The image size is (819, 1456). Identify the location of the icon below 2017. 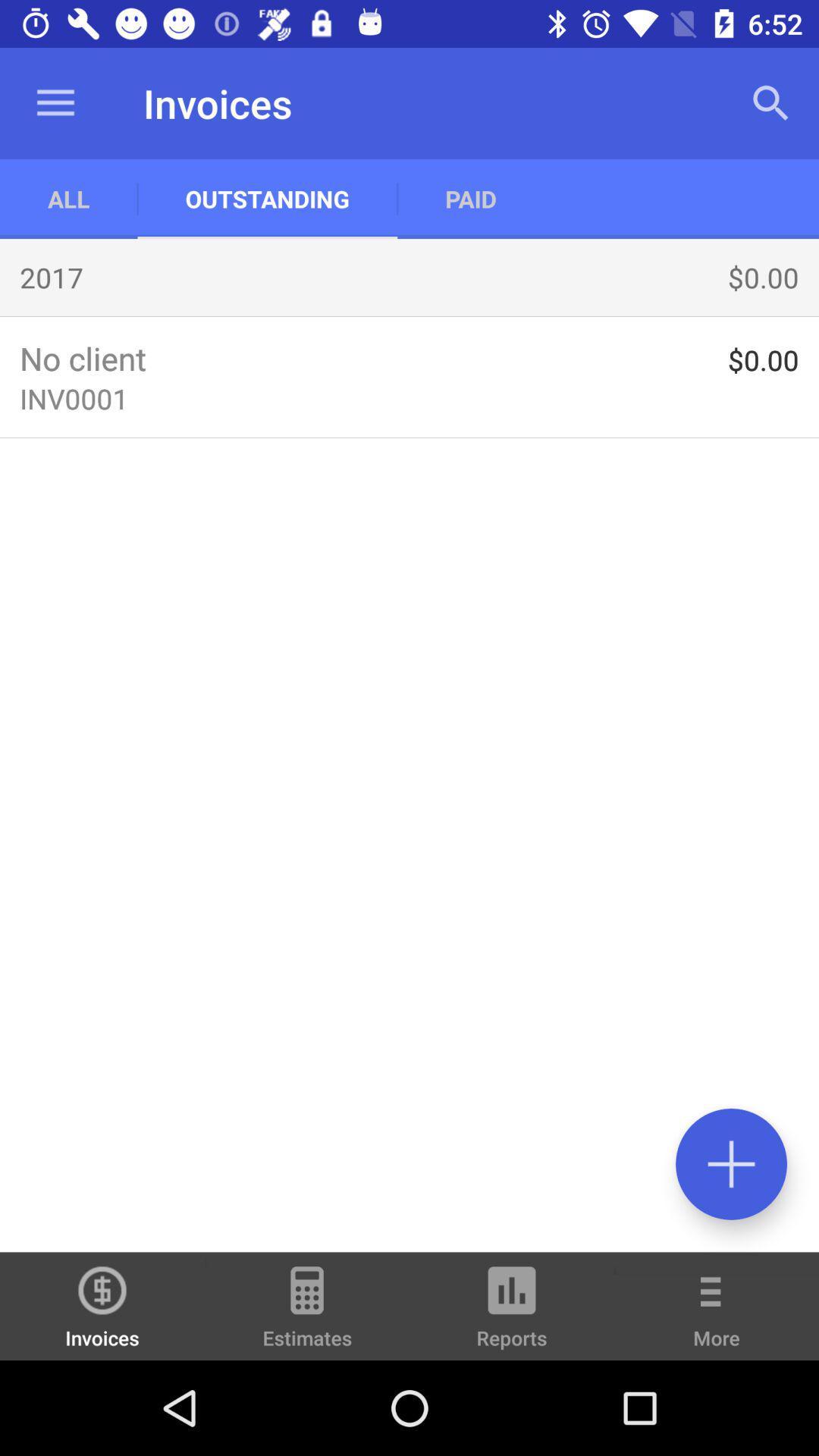
(409, 315).